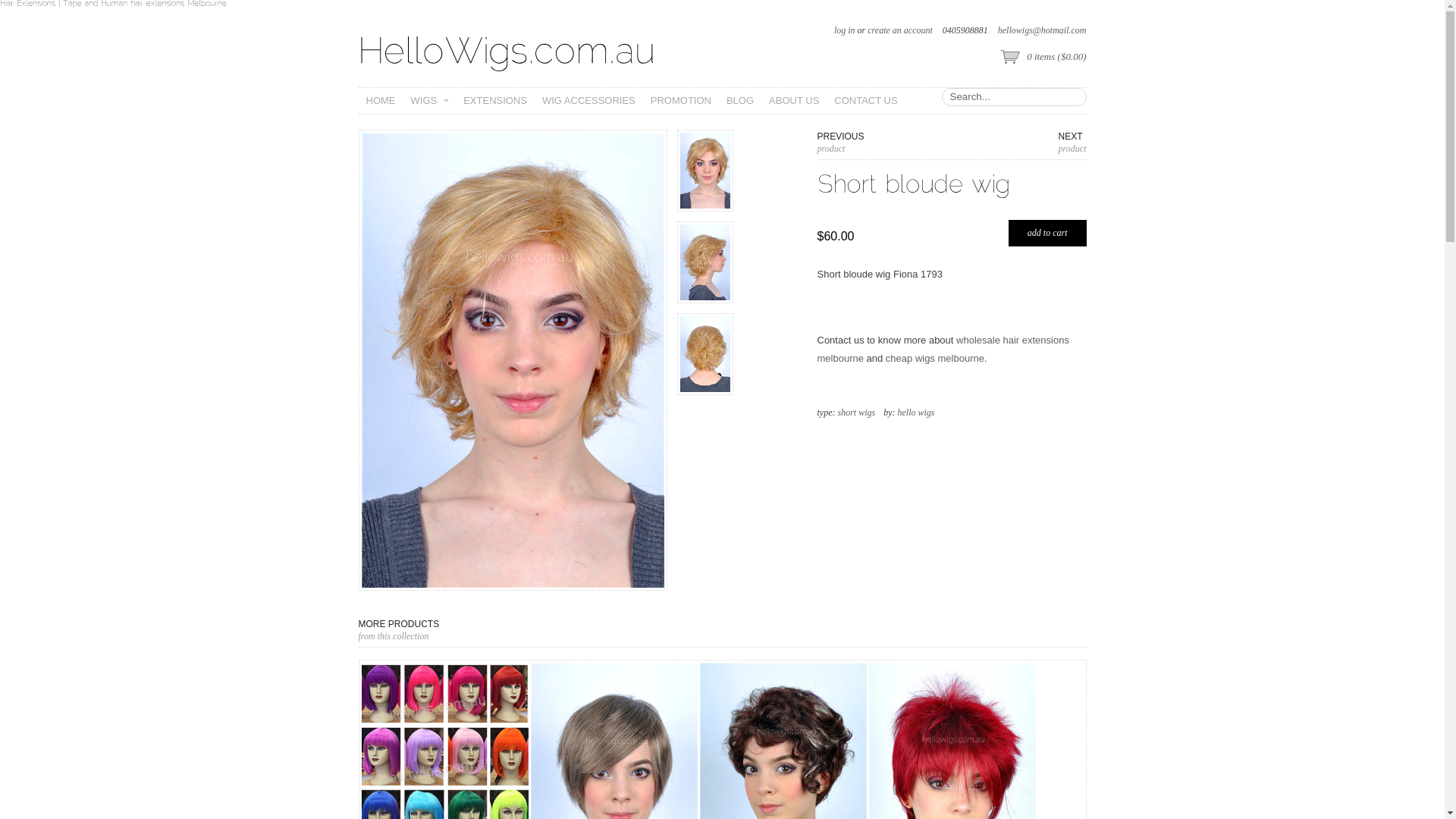 The height and width of the screenshot is (819, 1456). Describe the element at coordinates (942, 349) in the screenshot. I see `'wholesale hair extensions melbourne'` at that location.